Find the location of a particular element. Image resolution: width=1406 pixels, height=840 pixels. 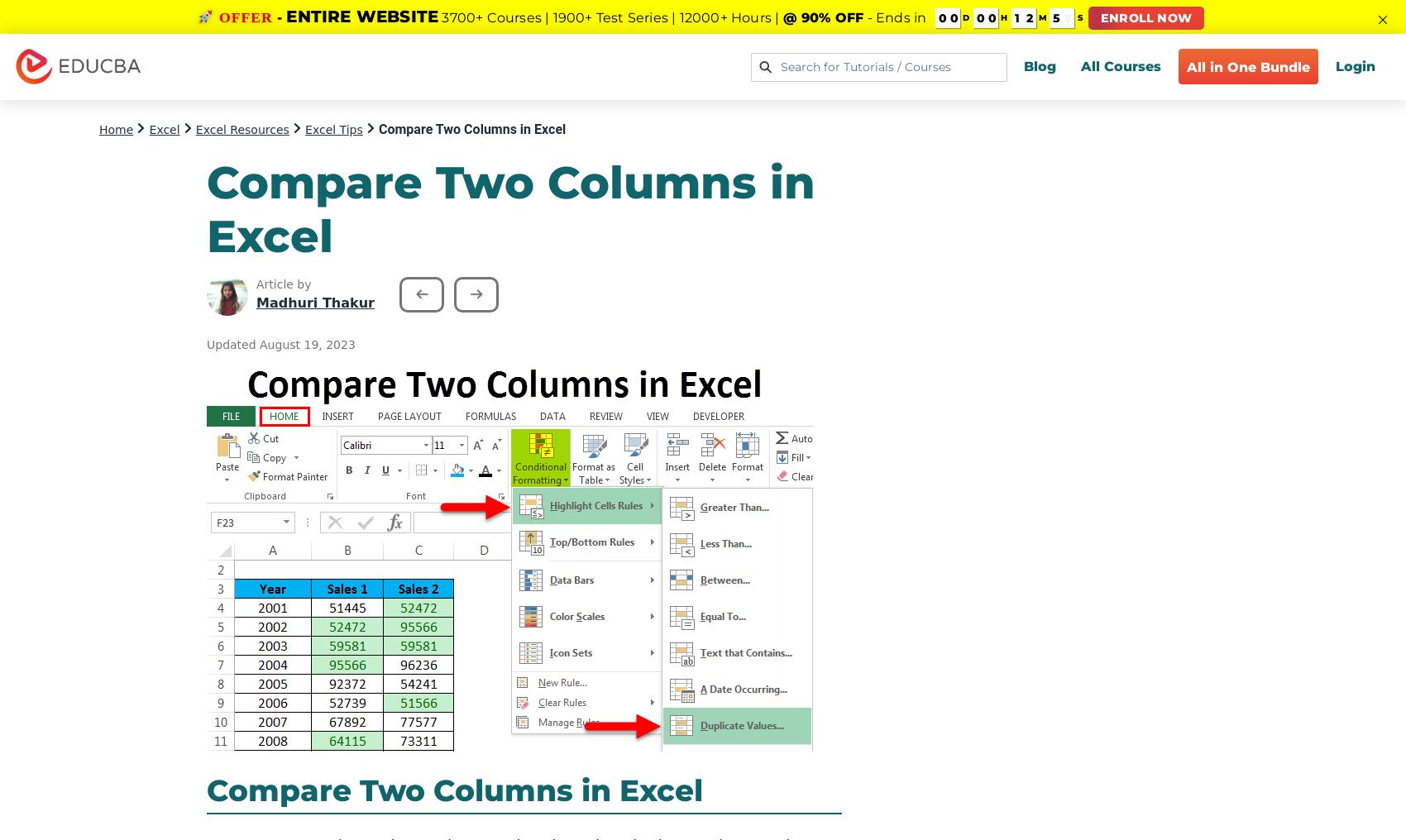

'2' is located at coordinates (1026, 17).